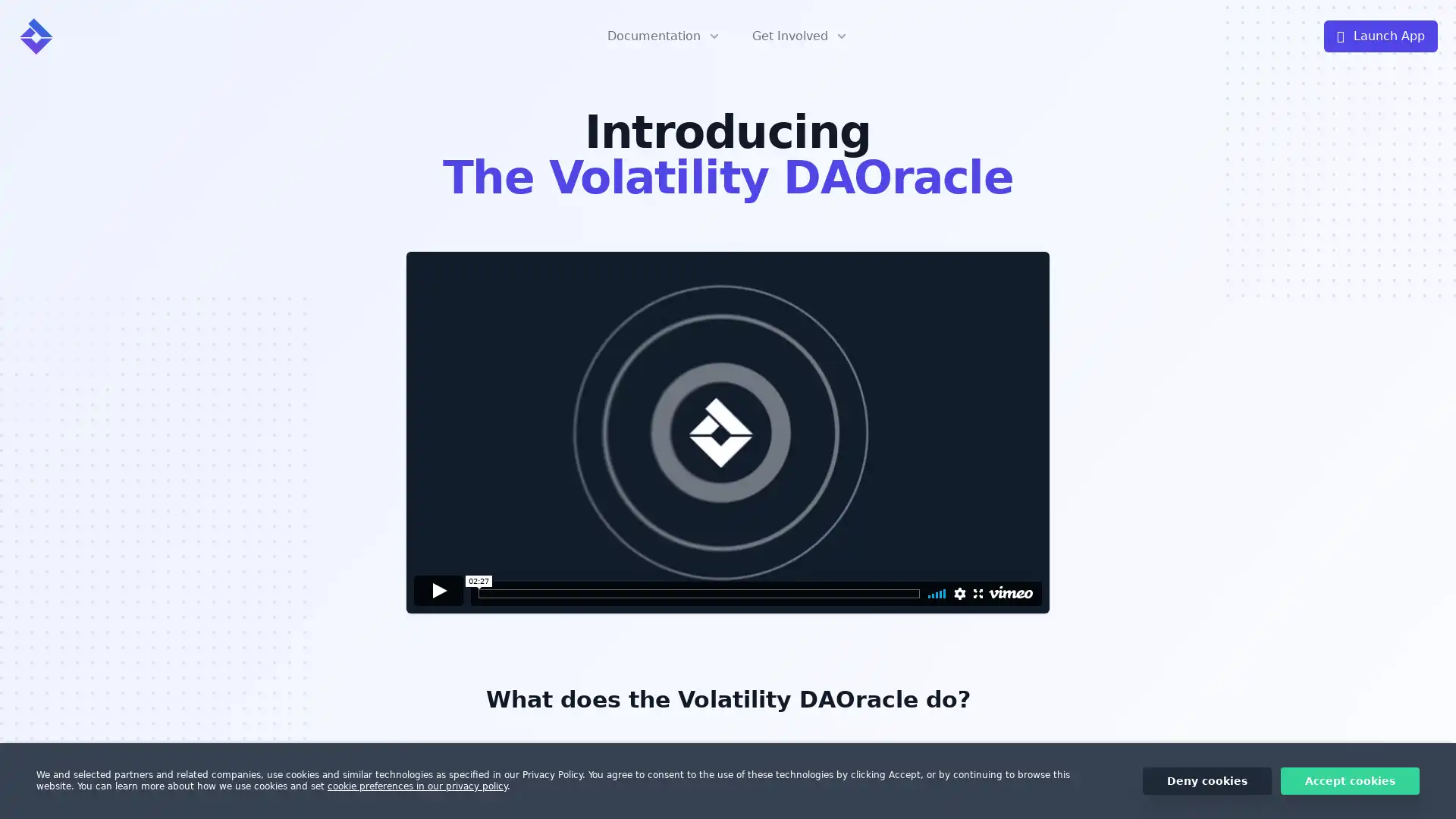  What do you see at coordinates (1350, 780) in the screenshot?
I see `Accept cookies` at bounding box center [1350, 780].